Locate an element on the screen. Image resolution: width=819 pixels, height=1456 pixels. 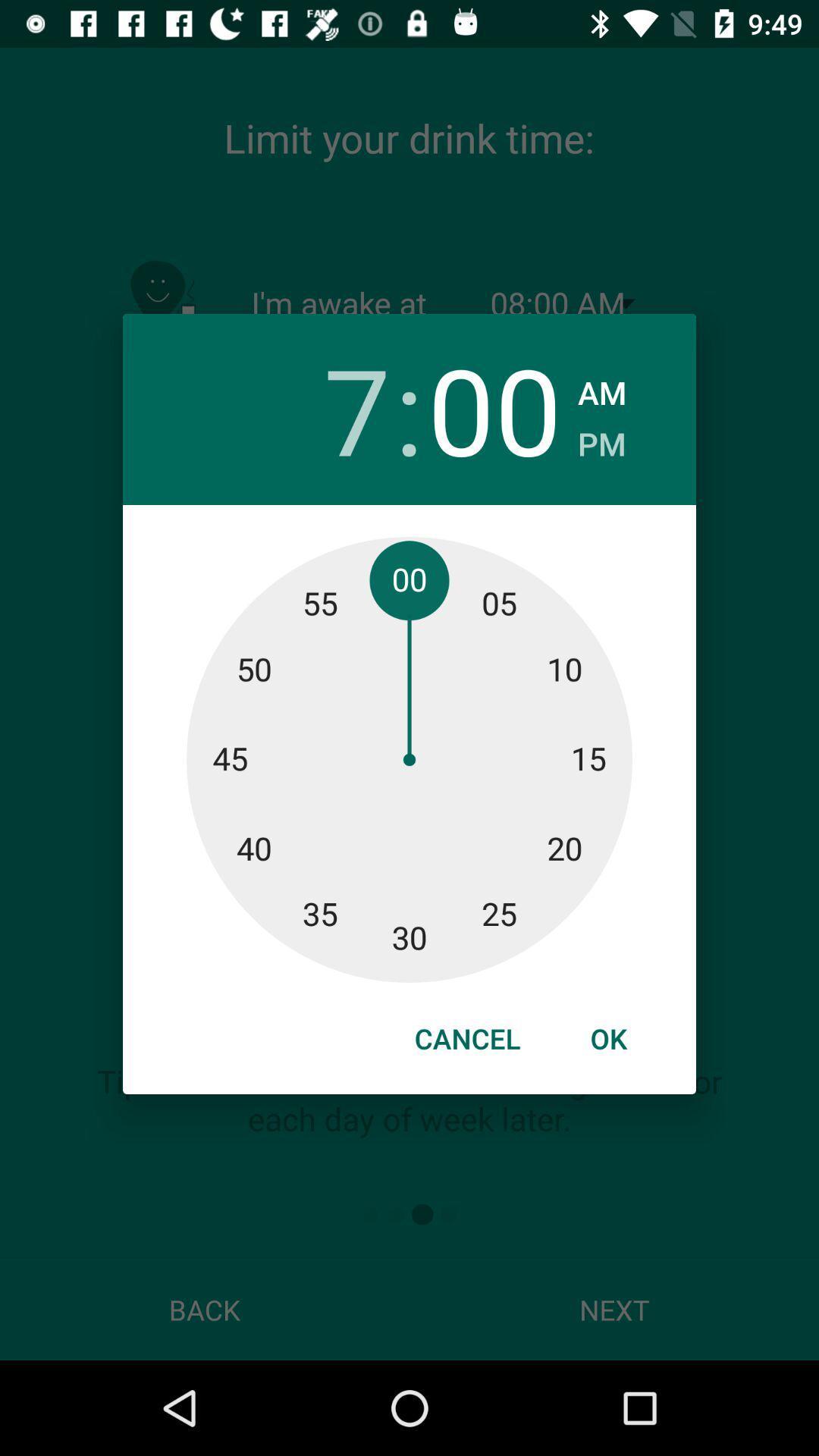
the icon to the right of the : icon is located at coordinates (494, 409).